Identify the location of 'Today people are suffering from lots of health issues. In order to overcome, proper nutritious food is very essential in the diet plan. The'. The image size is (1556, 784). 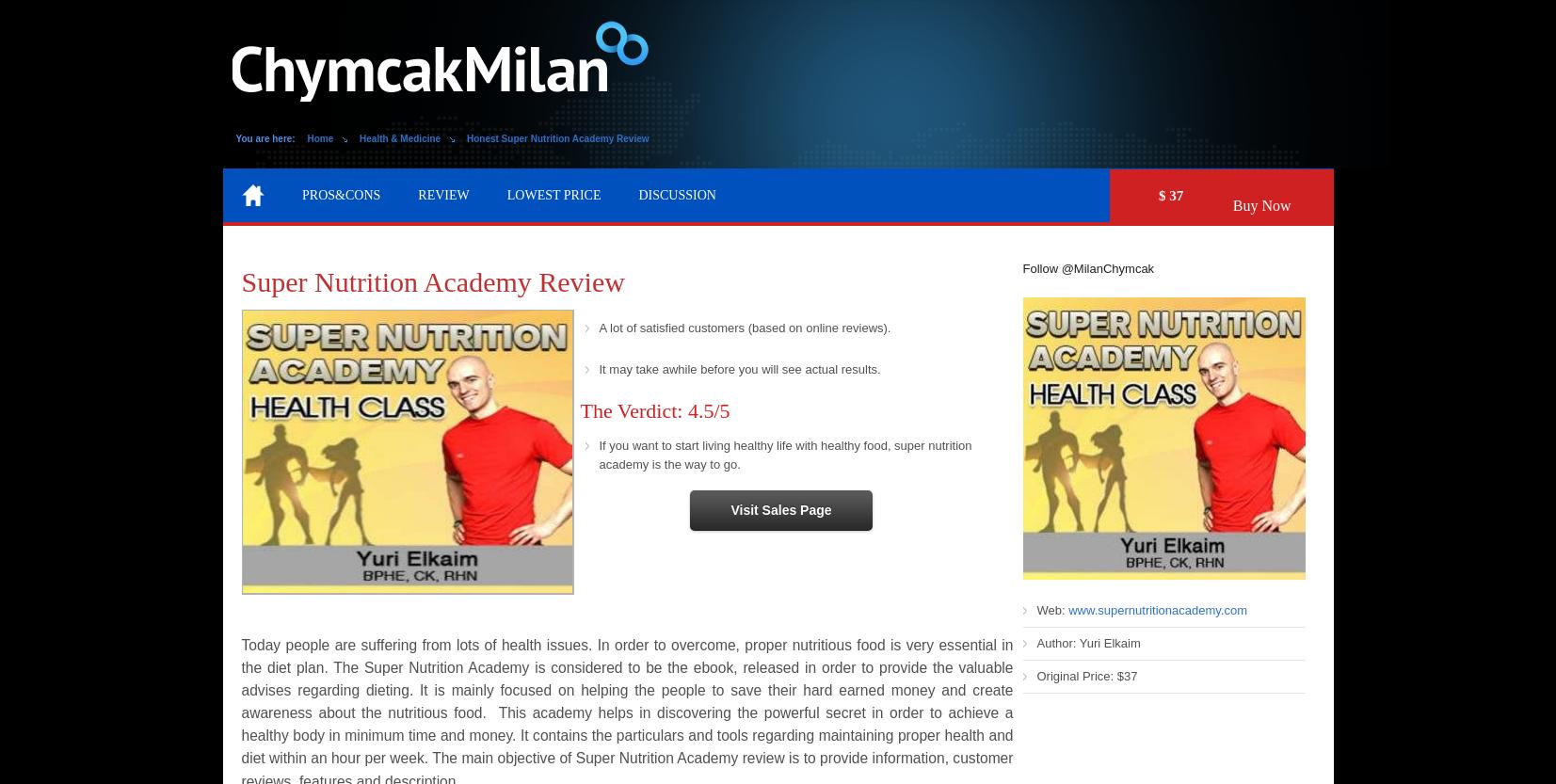
(625, 654).